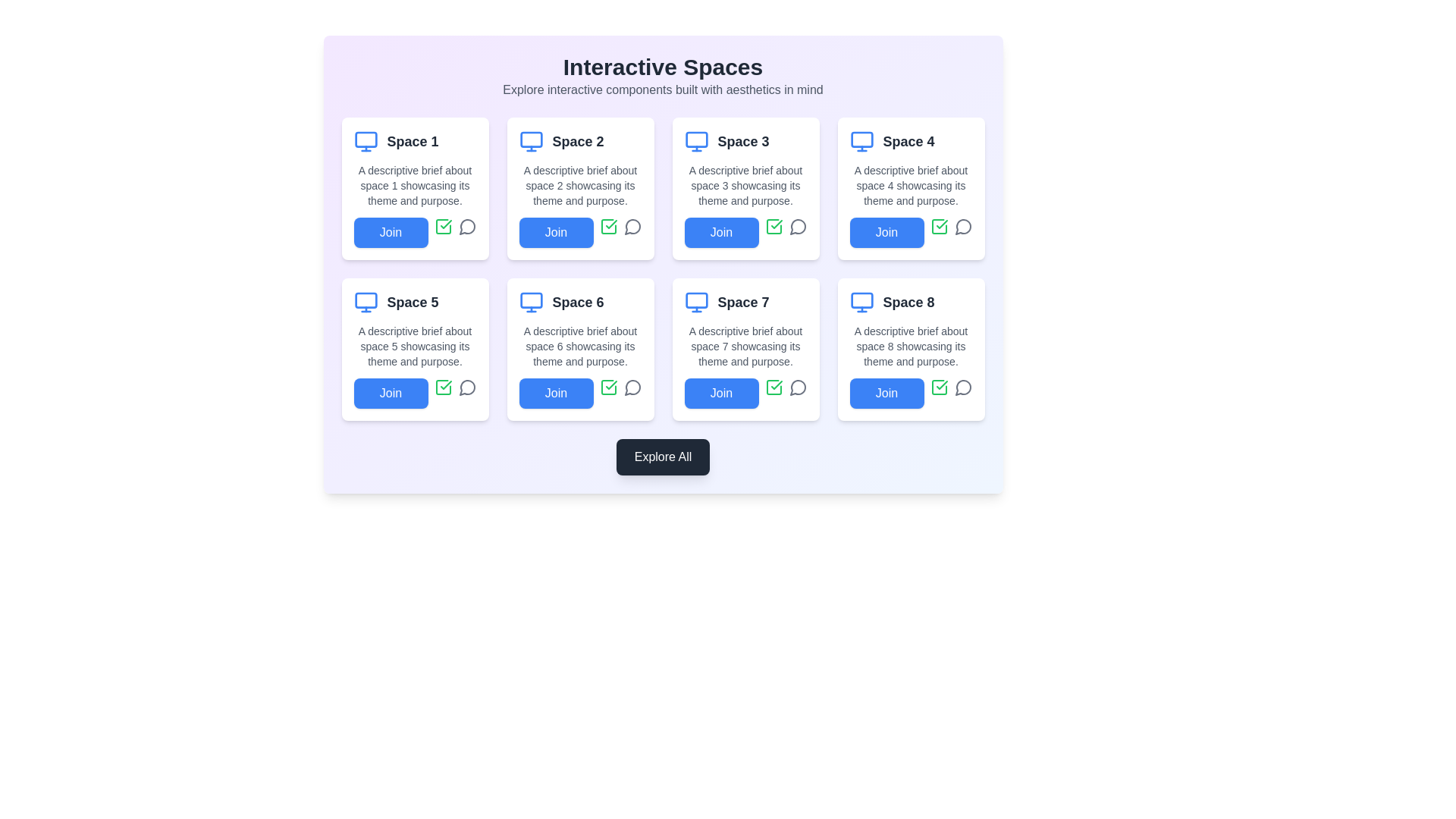  I want to click on the 'Join' button, which is a rectangular button with rounded corners and a blue background, so click(555, 233).